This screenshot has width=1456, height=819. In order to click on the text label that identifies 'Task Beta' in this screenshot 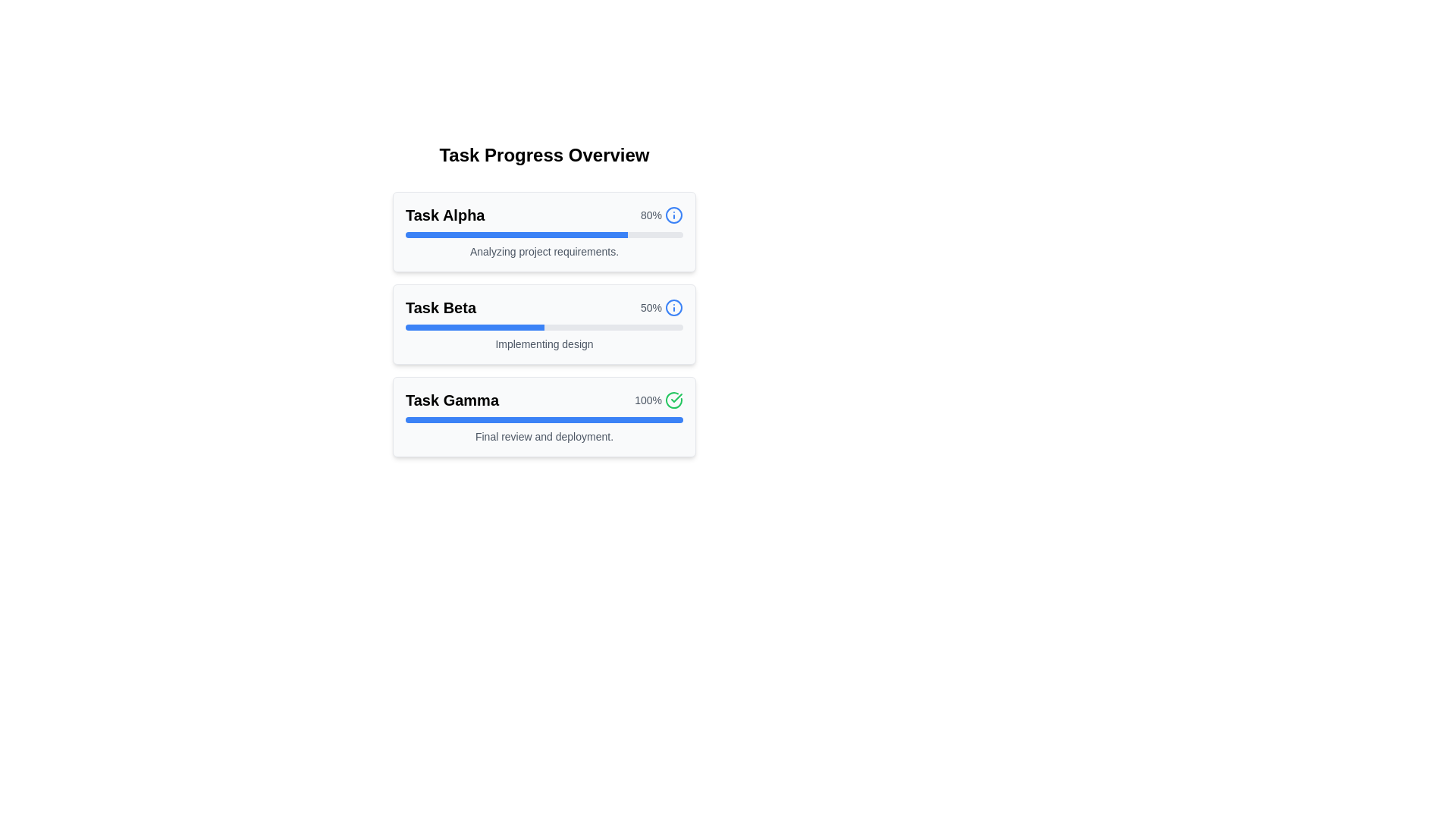, I will do `click(440, 307)`.